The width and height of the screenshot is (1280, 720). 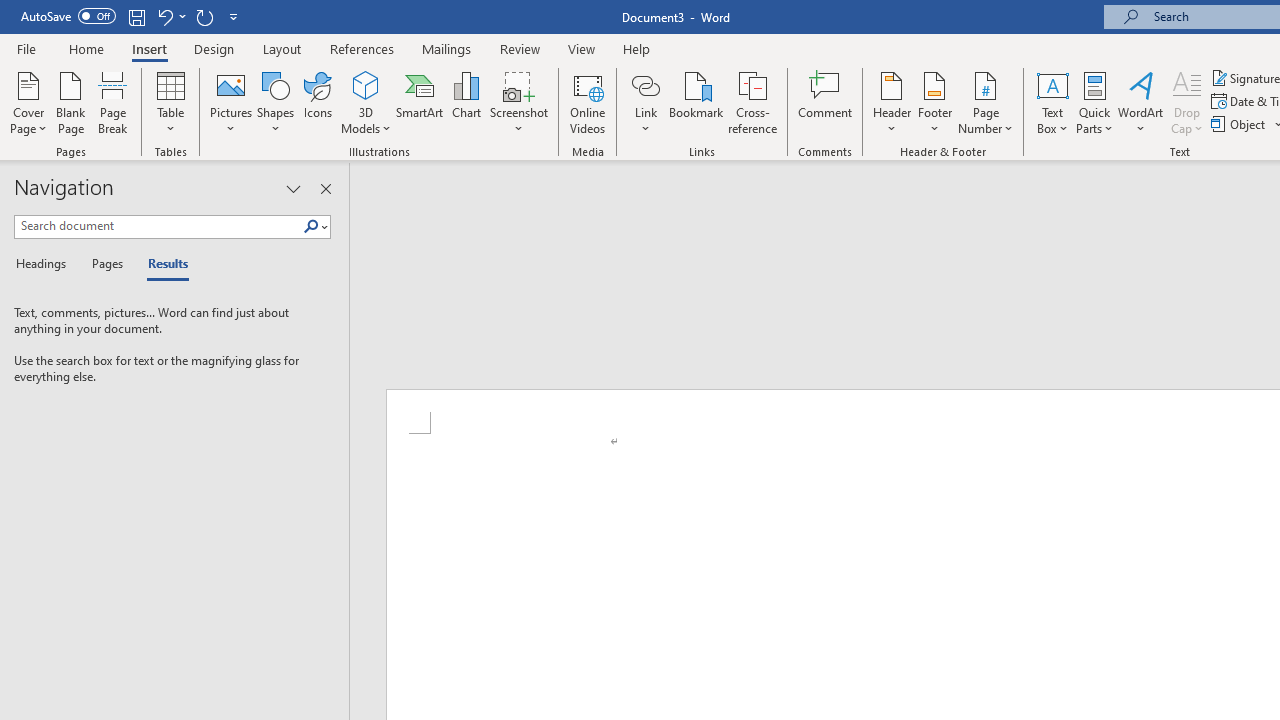 What do you see at coordinates (636, 48) in the screenshot?
I see `'Help'` at bounding box center [636, 48].